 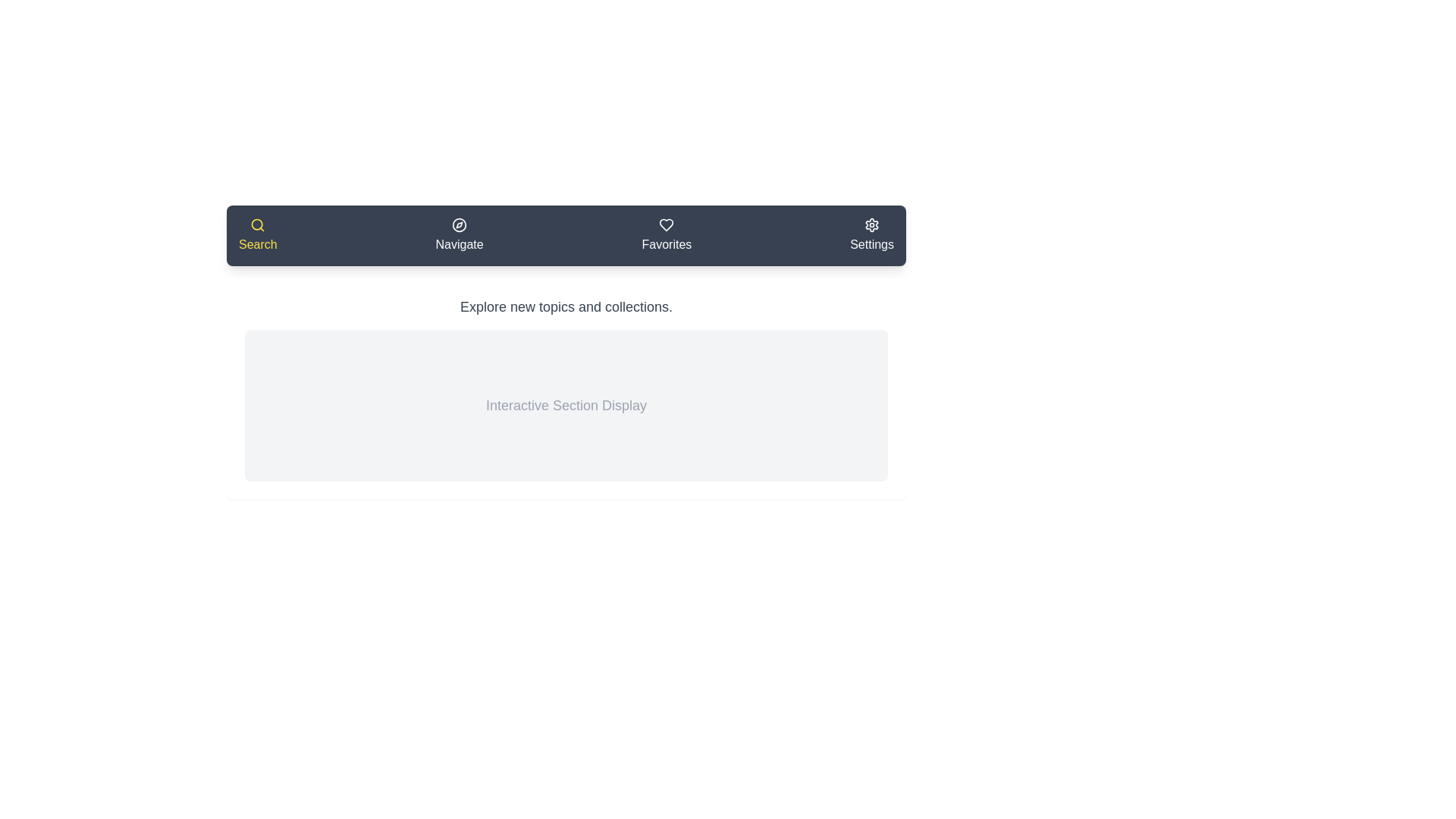 What do you see at coordinates (872, 236) in the screenshot?
I see `the tab labeled Settings to view its hover effect` at bounding box center [872, 236].